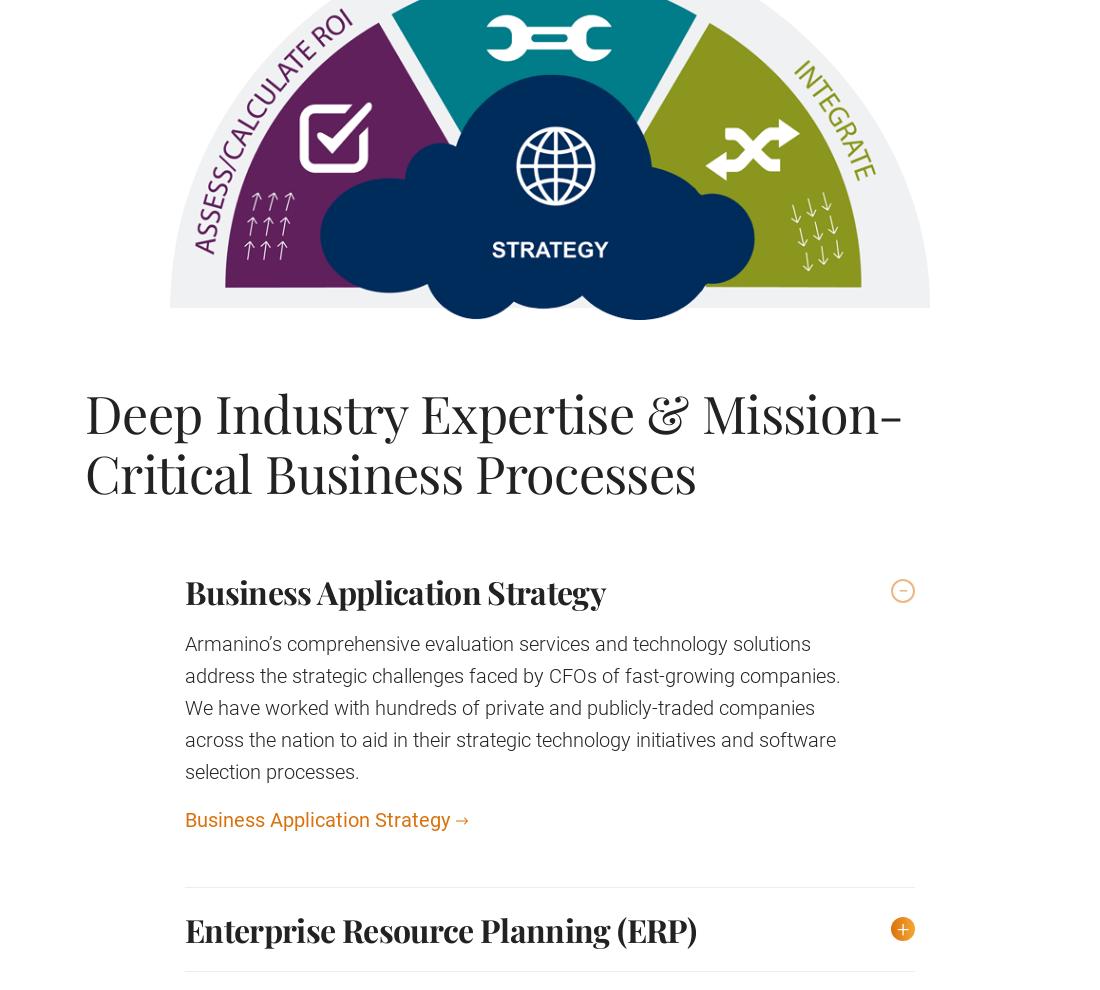 This screenshot has height=990, width=1100. I want to click on 'Privacy Policy', so click(584, 476).